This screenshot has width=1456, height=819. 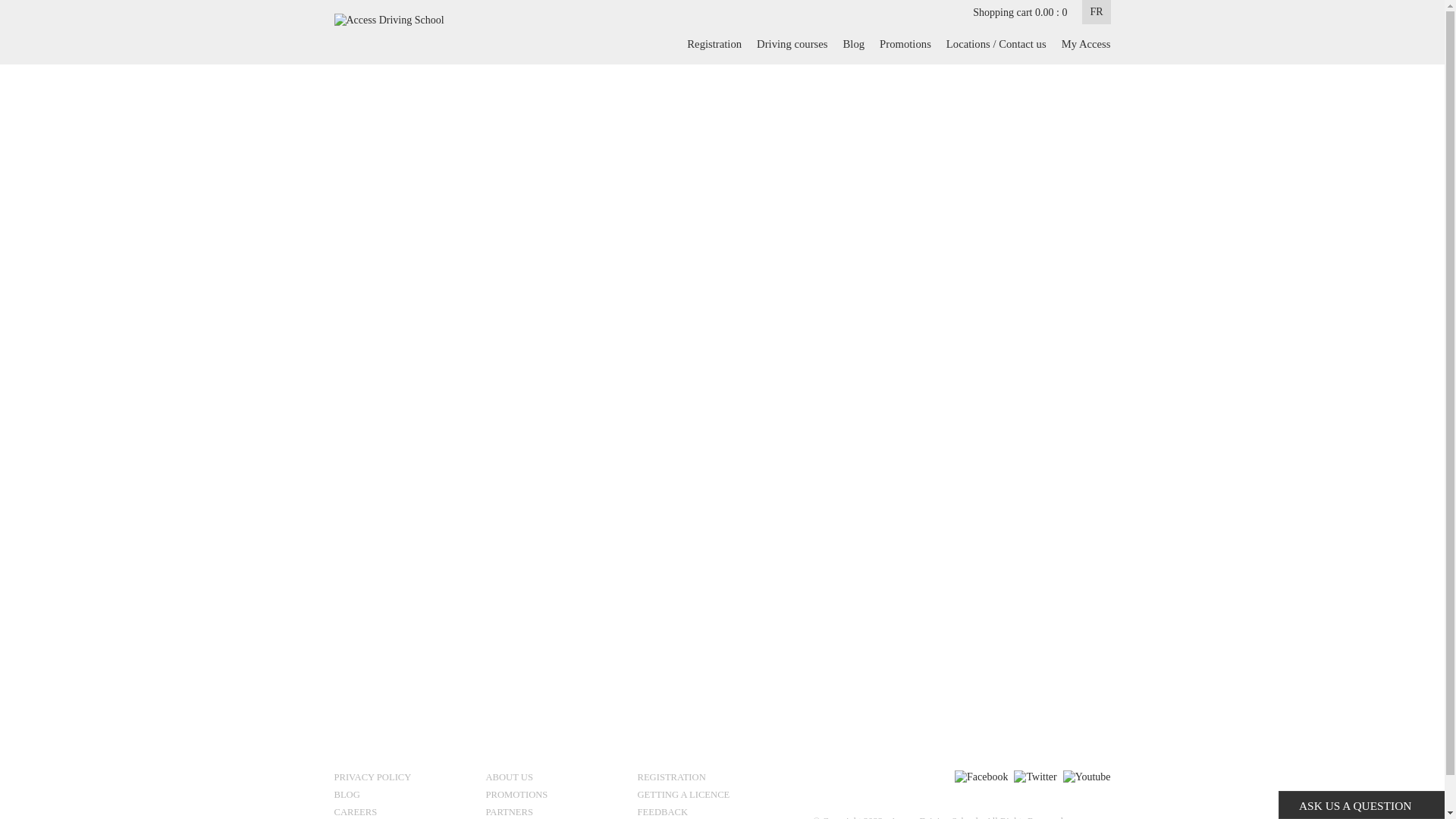 What do you see at coordinates (554, 779) in the screenshot?
I see `'ABOUT US'` at bounding box center [554, 779].